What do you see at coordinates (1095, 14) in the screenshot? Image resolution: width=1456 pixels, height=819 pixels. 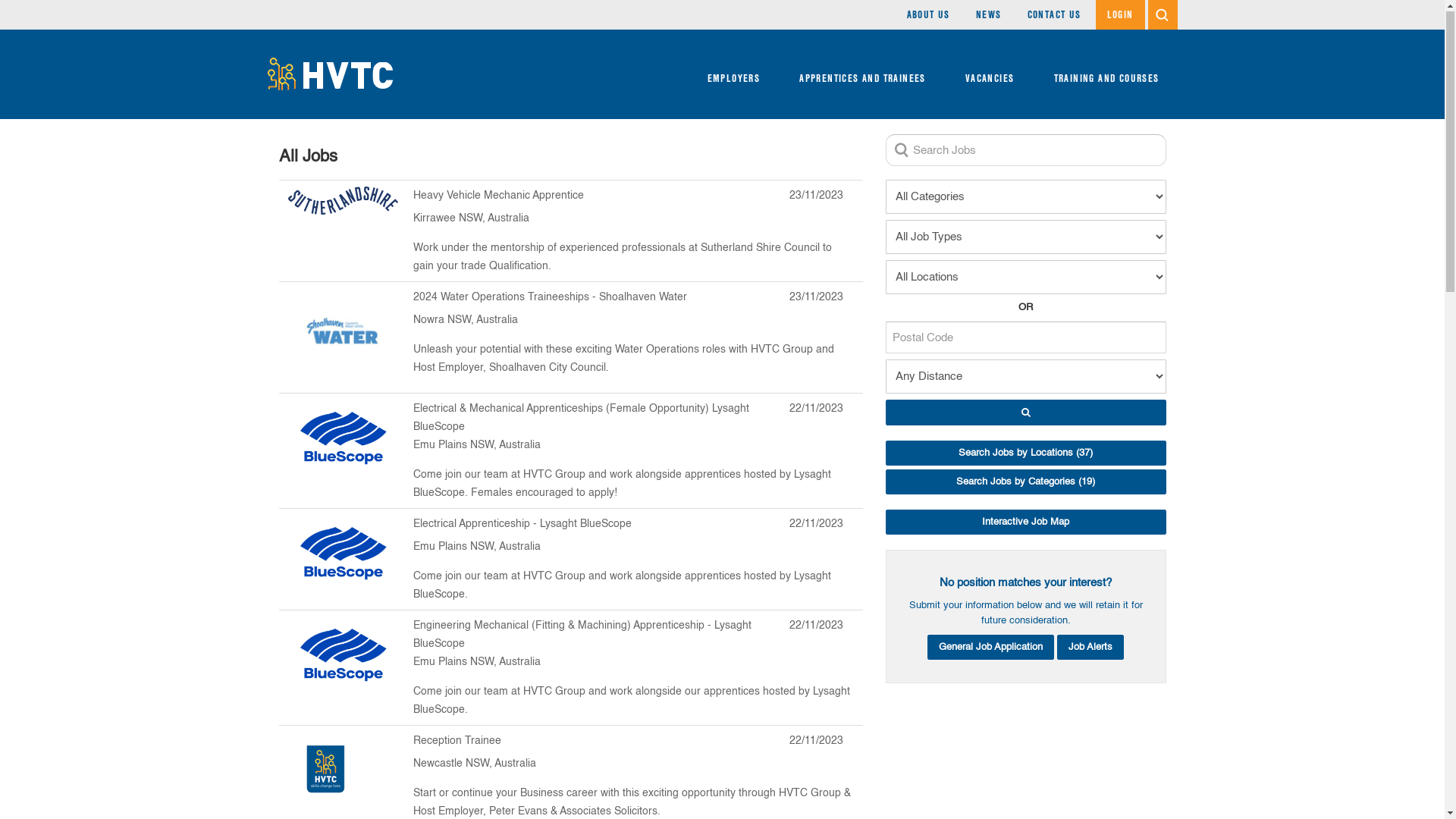 I see `'LOGIN'` at bounding box center [1095, 14].